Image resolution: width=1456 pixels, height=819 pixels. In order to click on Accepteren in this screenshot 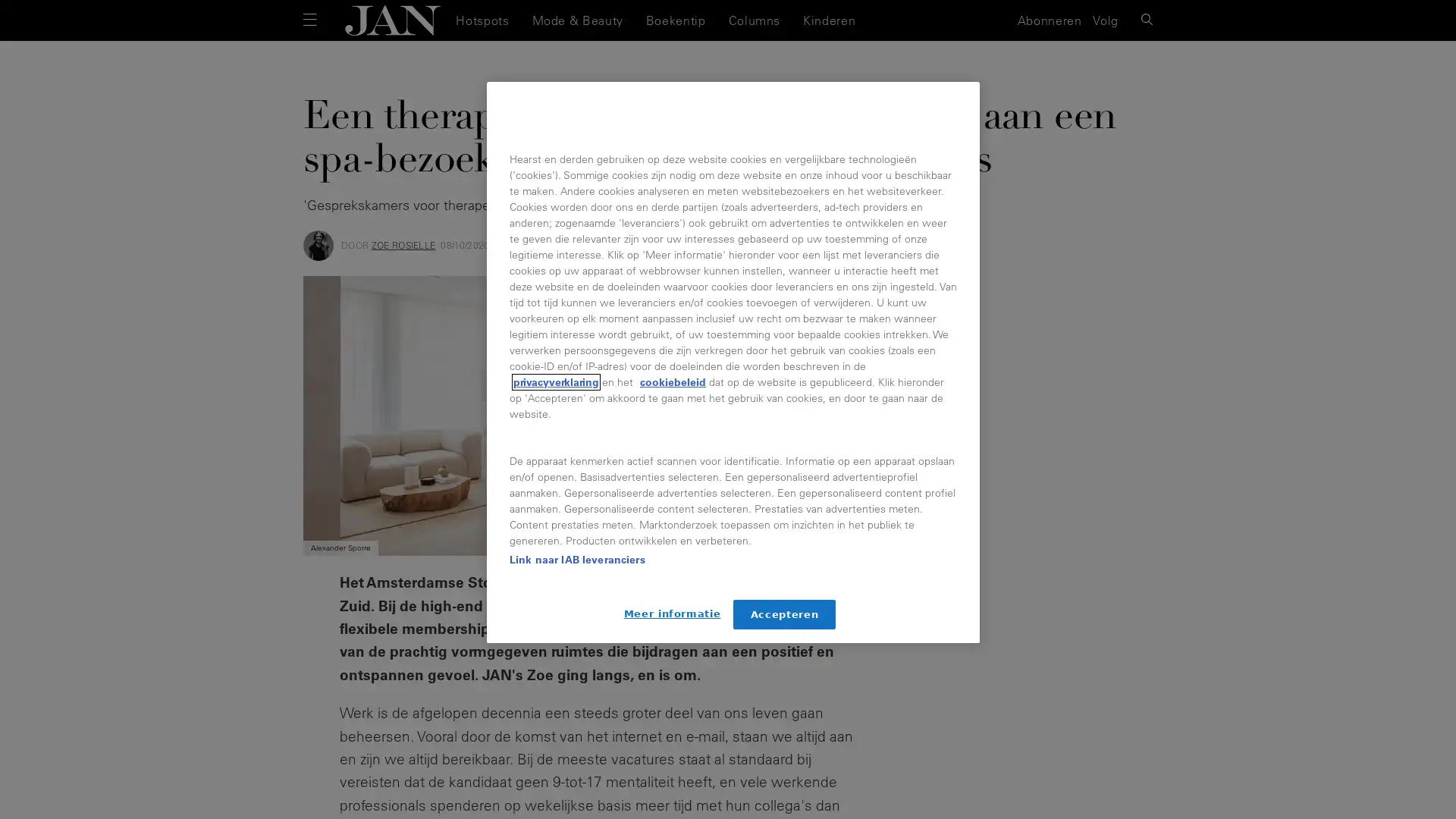, I will do `click(784, 614)`.